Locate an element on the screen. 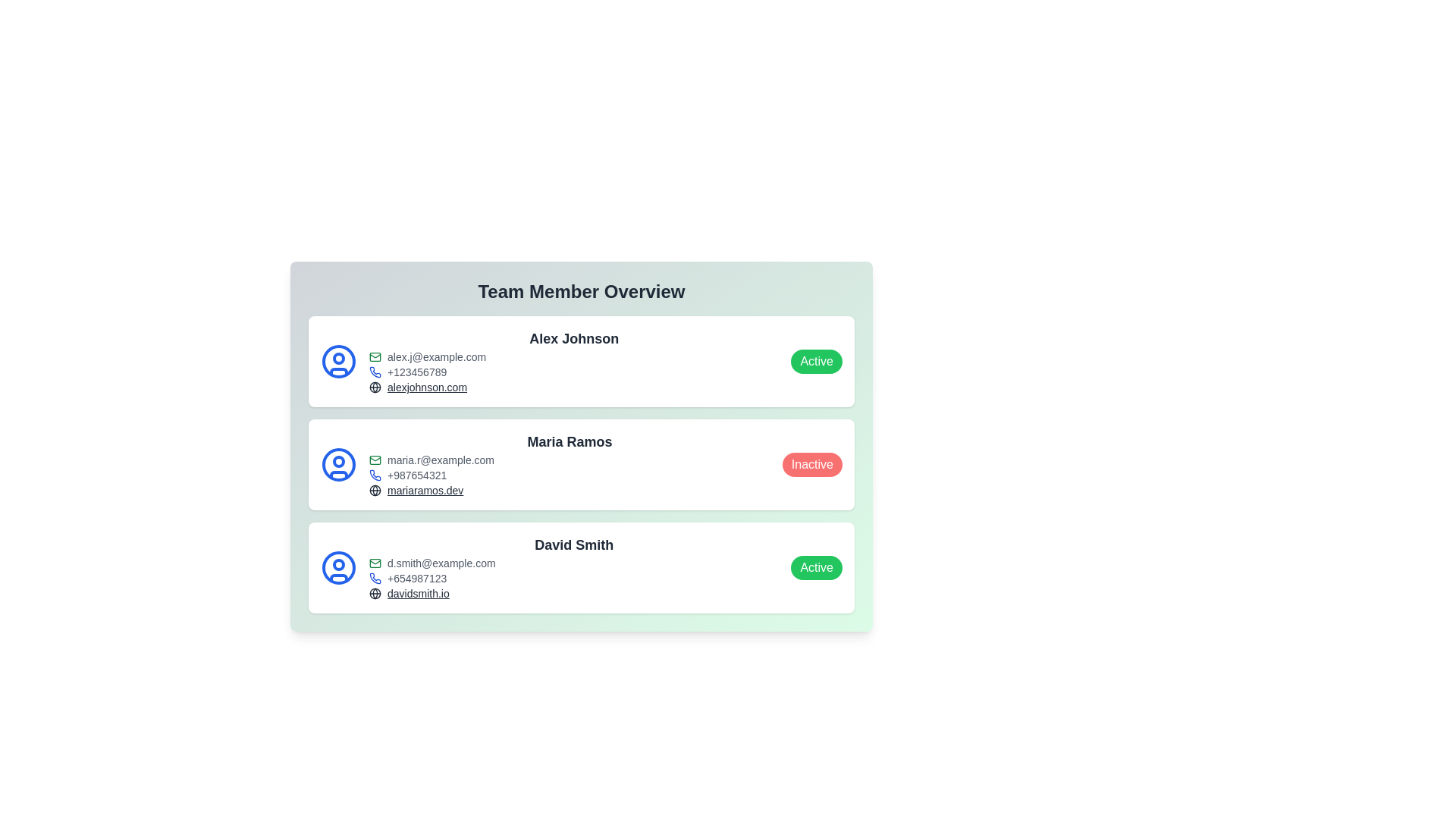  the entry of Maria Ramos to open the context menu is located at coordinates (581, 464).